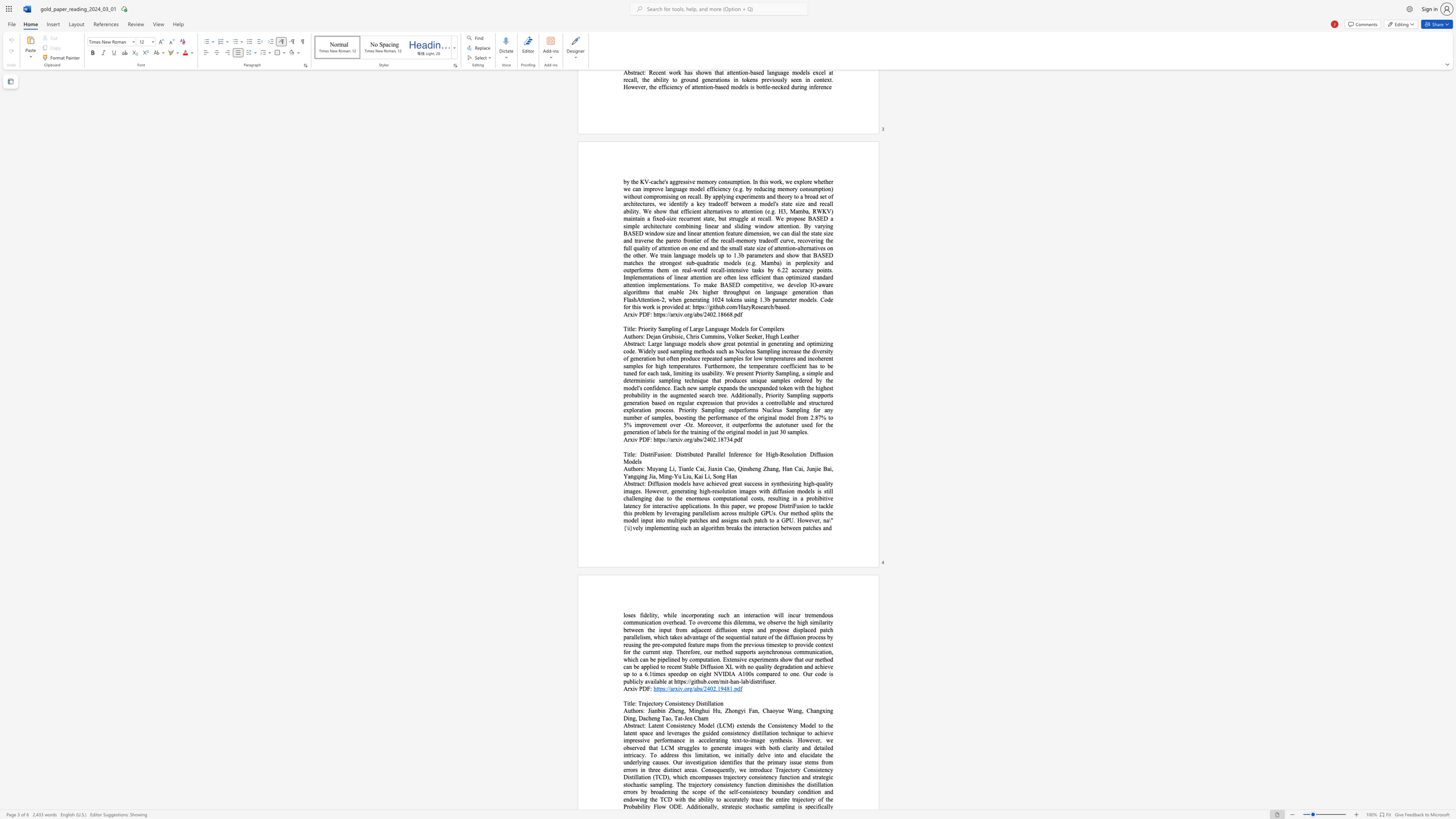 The image size is (1456, 819). Describe the element at coordinates (708, 469) in the screenshot. I see `the subset text "Jiaxin Cao, Qinsheng Zhang, Han Cai, Junjie Bai, Yangqing" within the text "Muyang Li, Tianle Cai, Jiaxin Cao, Qinsheng Zhang, Han Cai, Junjie Bai, Yangqing Jia, Ming-Yu Liu, Kai Li, Song Han"` at that location.